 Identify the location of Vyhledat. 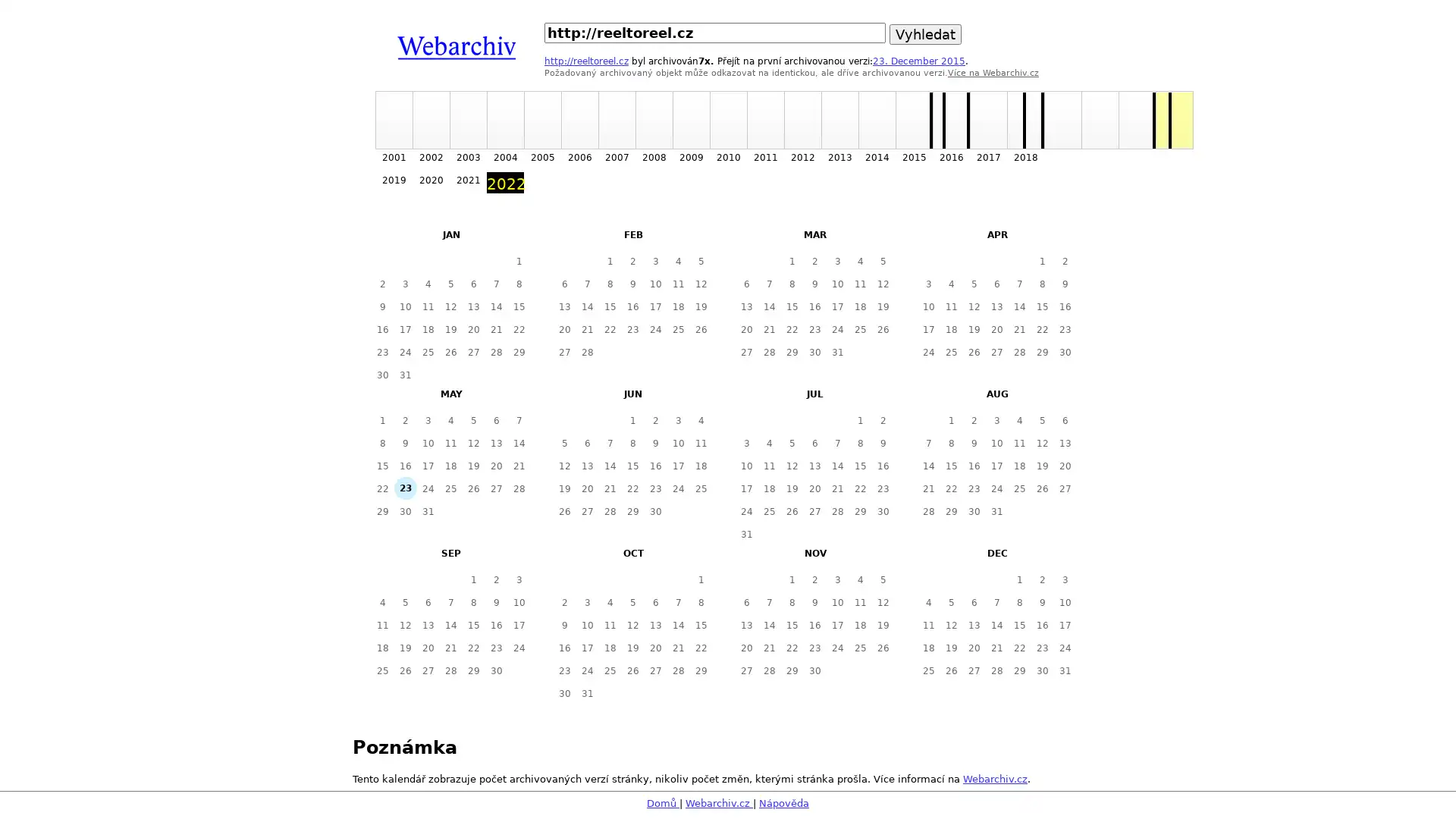
(924, 34).